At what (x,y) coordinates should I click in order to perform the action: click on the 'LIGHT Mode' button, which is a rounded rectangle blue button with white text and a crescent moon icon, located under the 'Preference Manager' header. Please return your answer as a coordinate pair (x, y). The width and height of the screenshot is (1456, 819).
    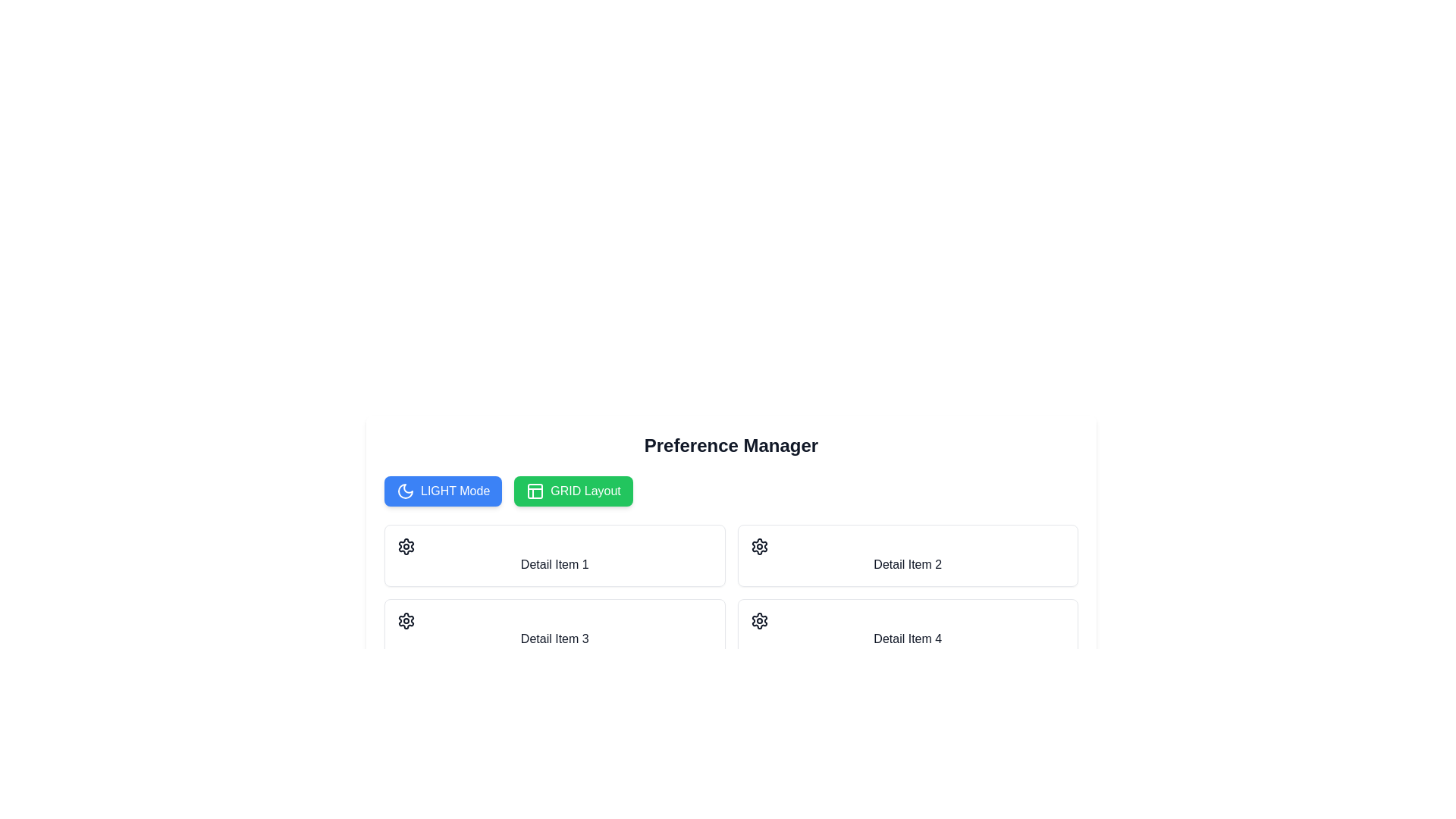
    Looking at the image, I should click on (442, 491).